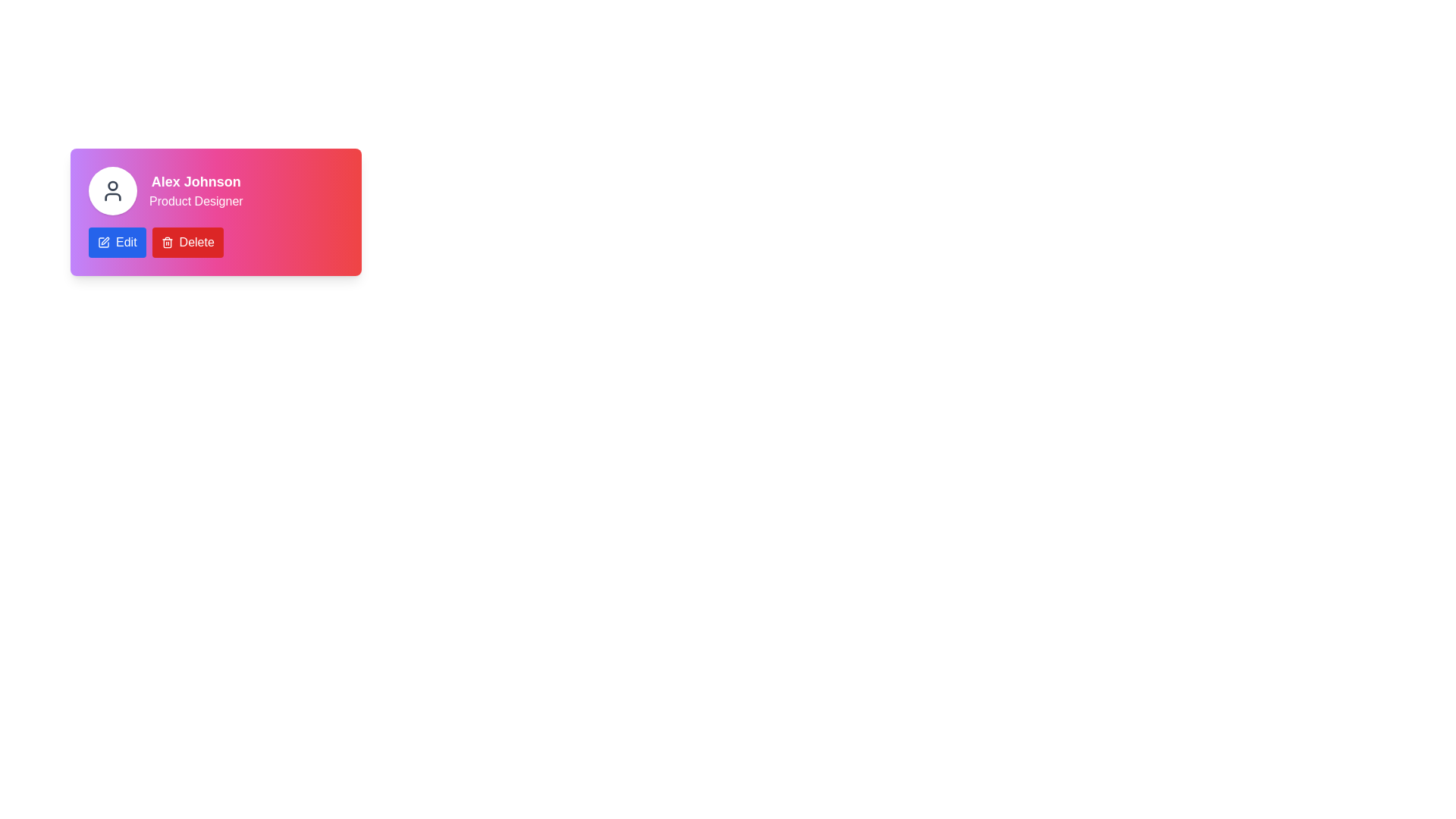 The height and width of the screenshot is (819, 1456). What do you see at coordinates (103, 242) in the screenshot?
I see `the SVG sub-element that visually represents part of the edit icon located beside the 'Edit' button in the card` at bounding box center [103, 242].